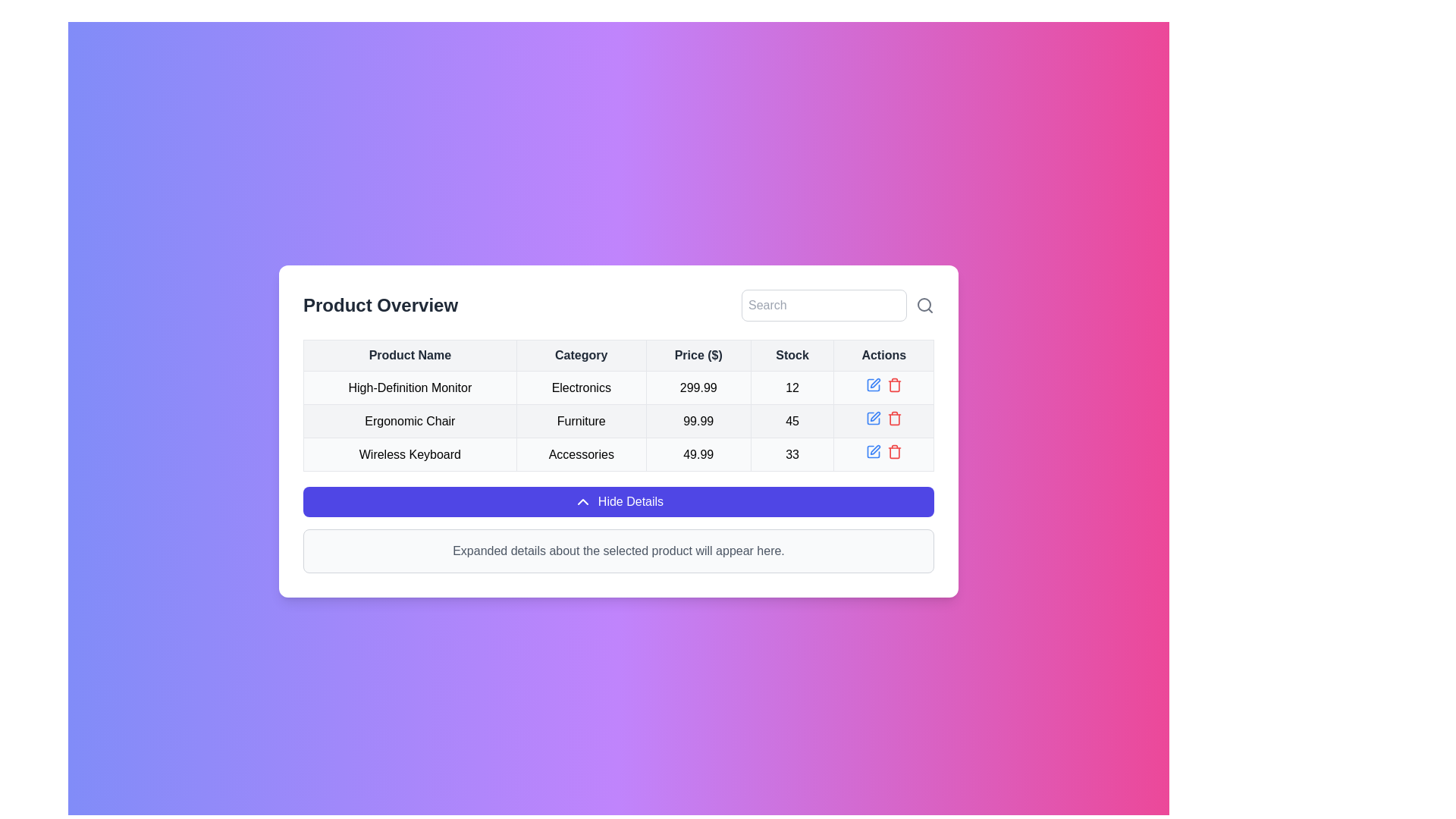  I want to click on the circular outline element of the search icon, which features a smooth, even stroke and is positioned within the larger SVG graphic, so click(924, 304).